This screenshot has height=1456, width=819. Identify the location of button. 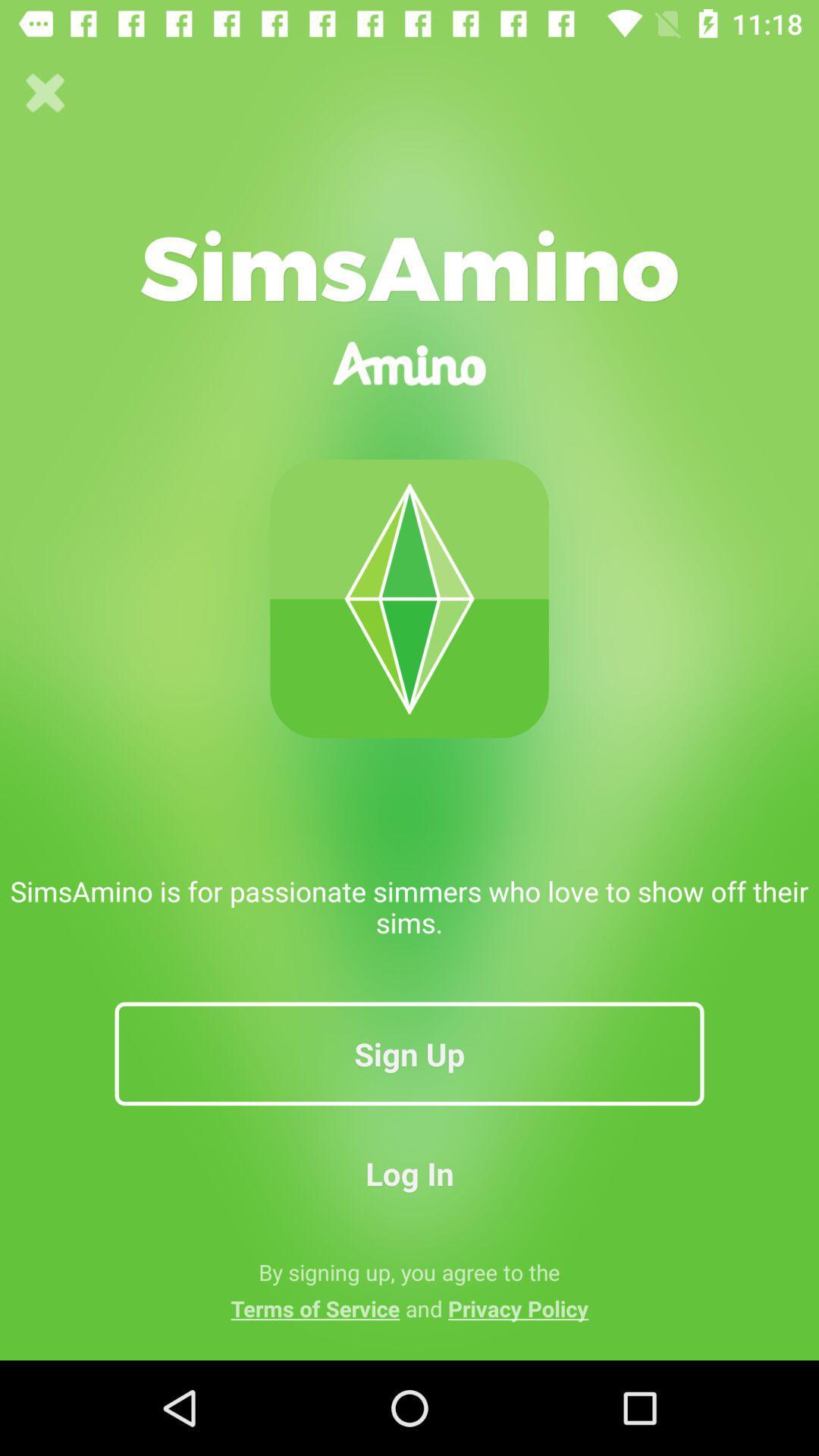
(45, 93).